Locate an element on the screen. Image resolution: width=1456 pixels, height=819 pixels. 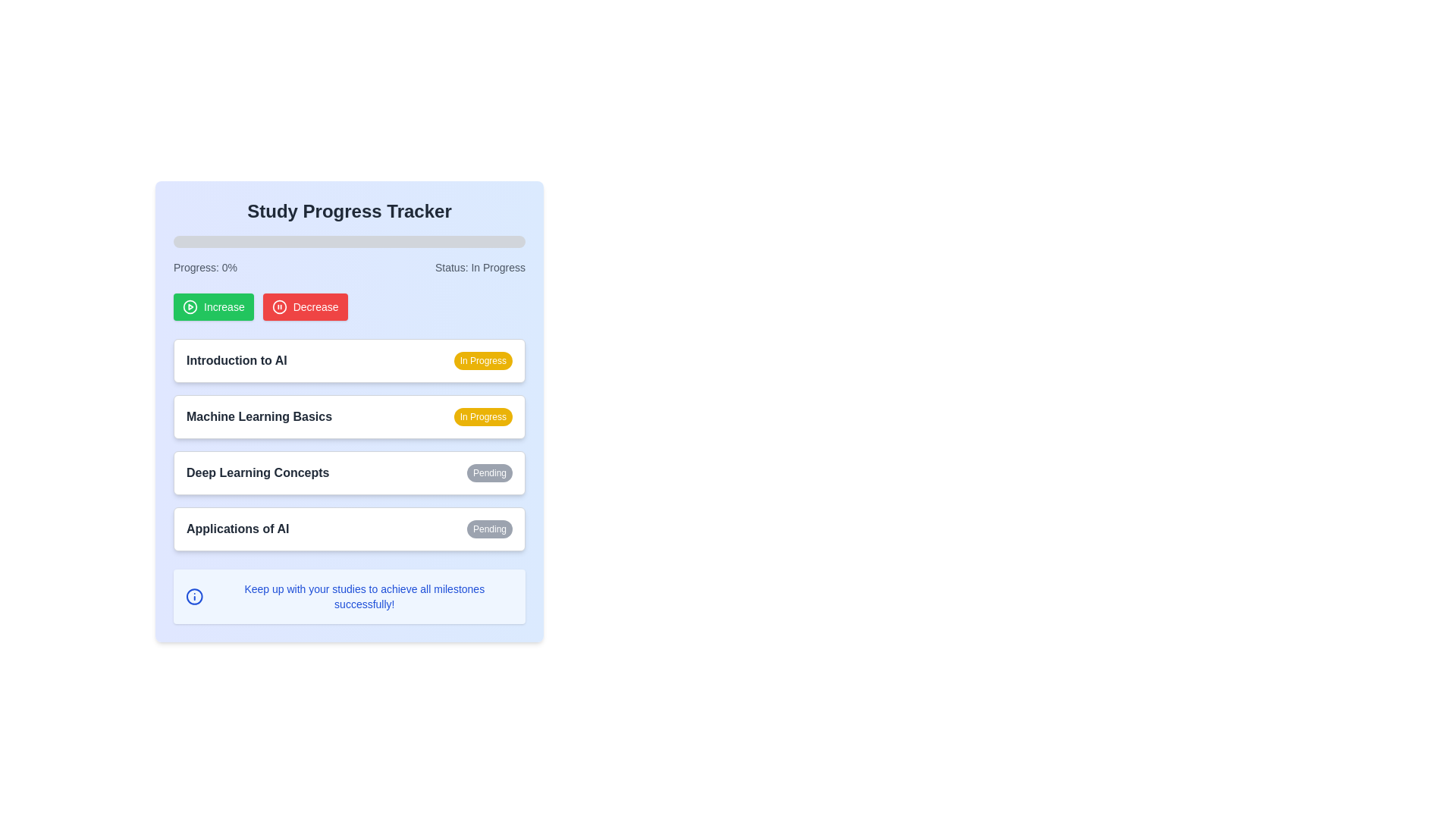
the yellow-colored Status label that displays 'In Progress', which is located at the right end of the 'Introduction to AI' row in the study tracker is located at coordinates (482, 360).